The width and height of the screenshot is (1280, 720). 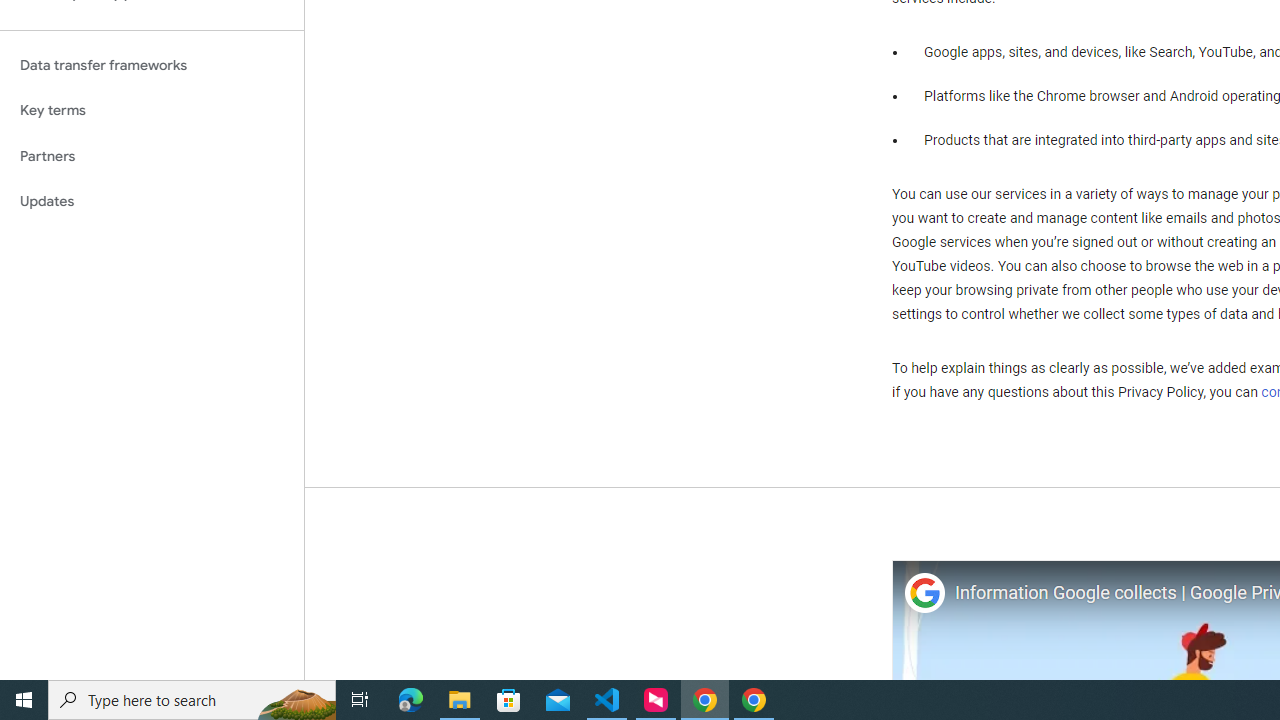 What do you see at coordinates (151, 64) in the screenshot?
I see `'Data transfer frameworks'` at bounding box center [151, 64].